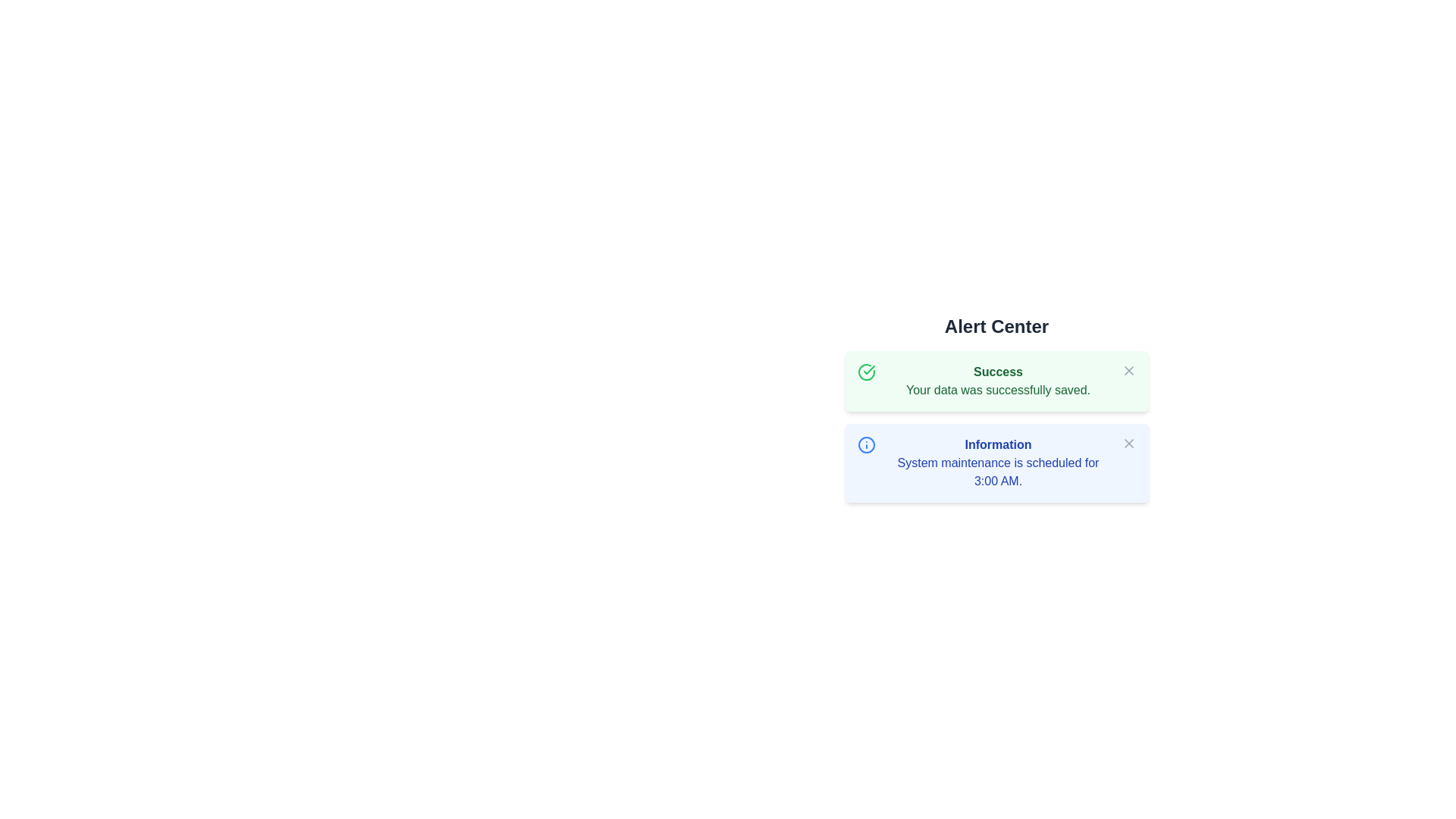 This screenshot has height=819, width=1456. I want to click on the blue circular icon with a smaller blue dot in the center, located to the left of the 'Information' message in the light blue notification box, so click(866, 444).